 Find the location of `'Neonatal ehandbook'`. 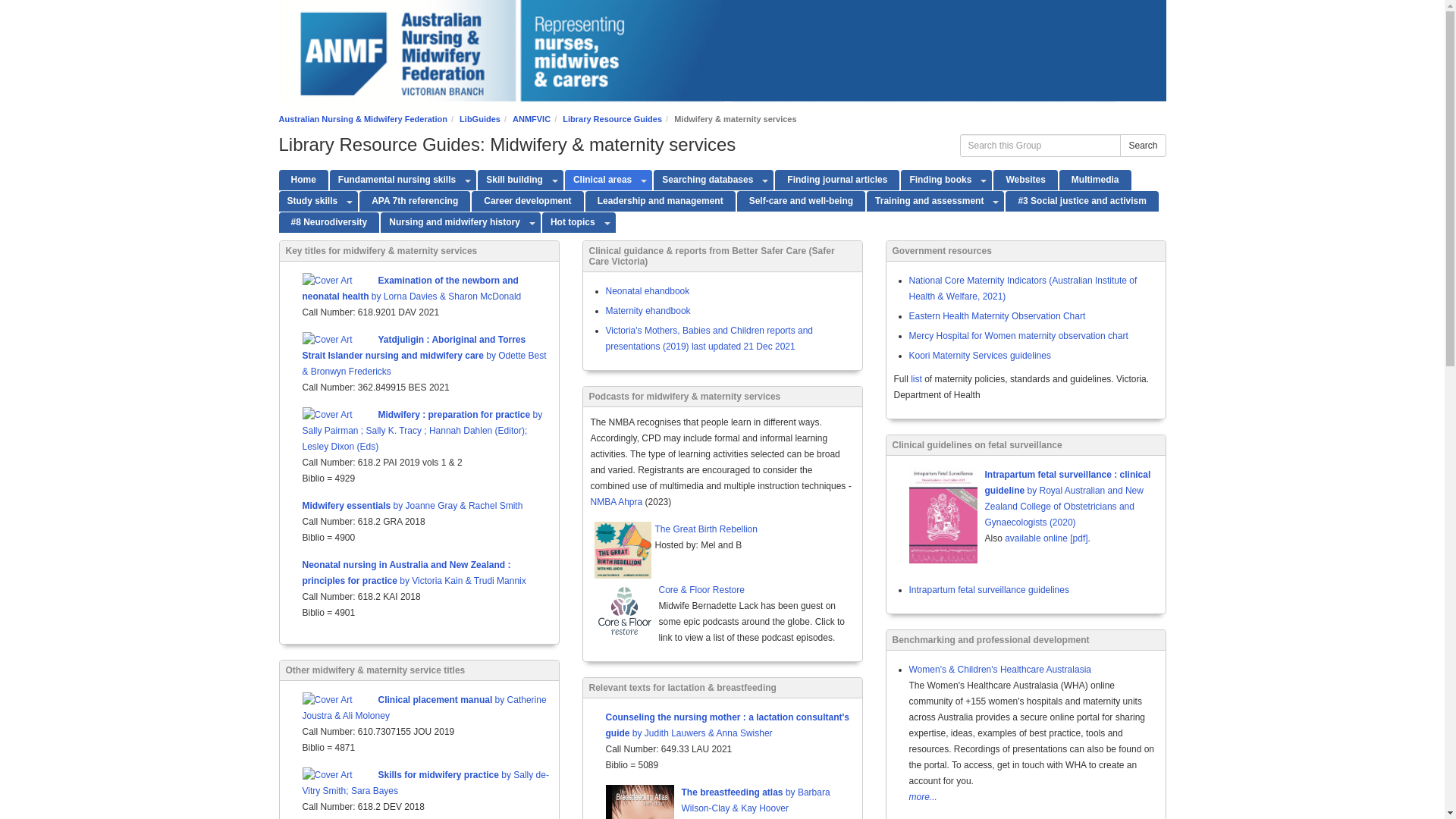

'Neonatal ehandbook' is located at coordinates (647, 291).